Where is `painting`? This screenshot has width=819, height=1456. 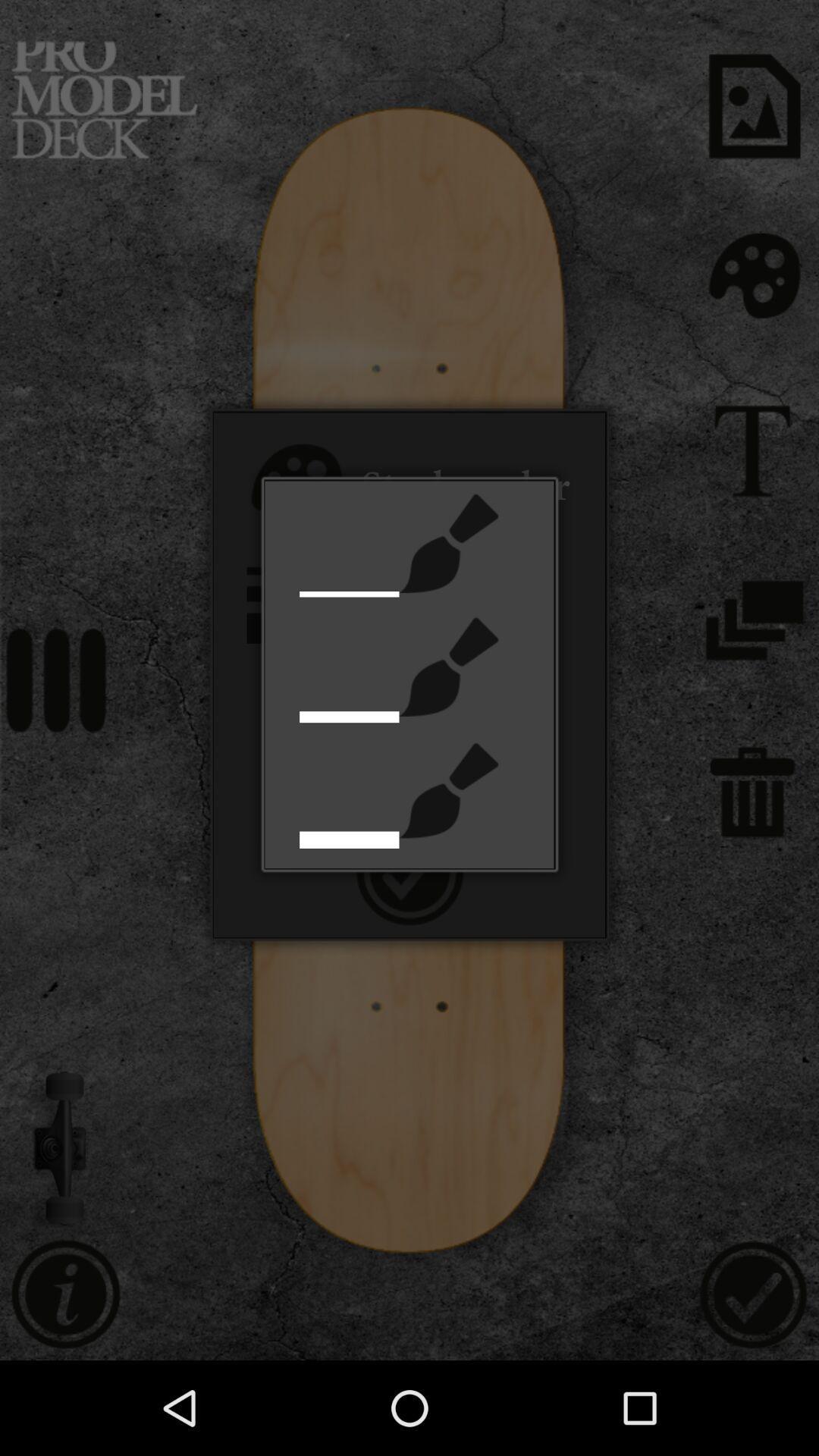 painting is located at coordinates (448, 789).